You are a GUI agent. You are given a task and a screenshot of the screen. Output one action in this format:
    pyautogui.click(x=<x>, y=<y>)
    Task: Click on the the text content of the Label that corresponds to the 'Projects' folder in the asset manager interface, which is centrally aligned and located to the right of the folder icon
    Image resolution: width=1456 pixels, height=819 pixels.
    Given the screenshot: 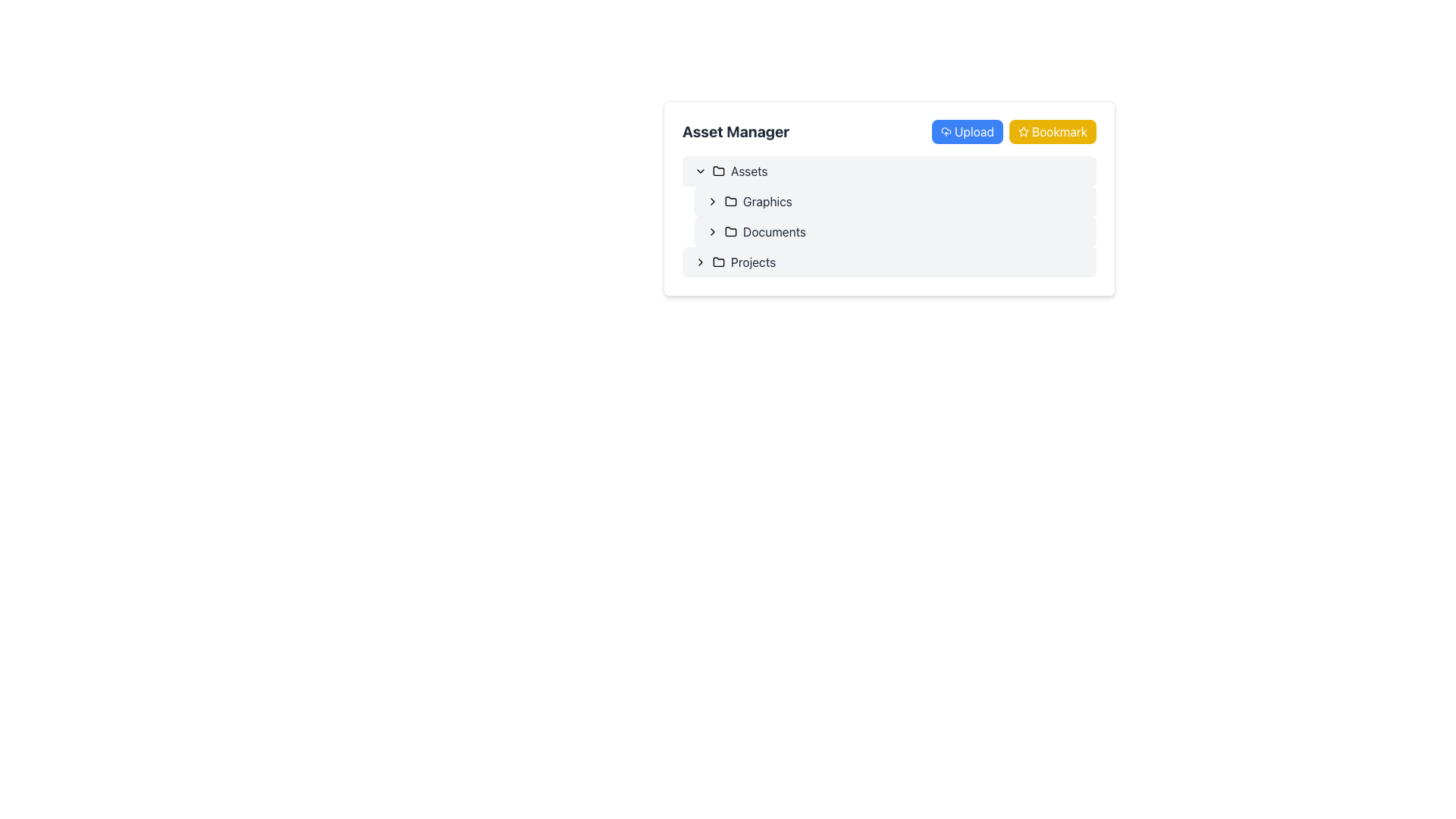 What is the action you would take?
    pyautogui.click(x=753, y=262)
    